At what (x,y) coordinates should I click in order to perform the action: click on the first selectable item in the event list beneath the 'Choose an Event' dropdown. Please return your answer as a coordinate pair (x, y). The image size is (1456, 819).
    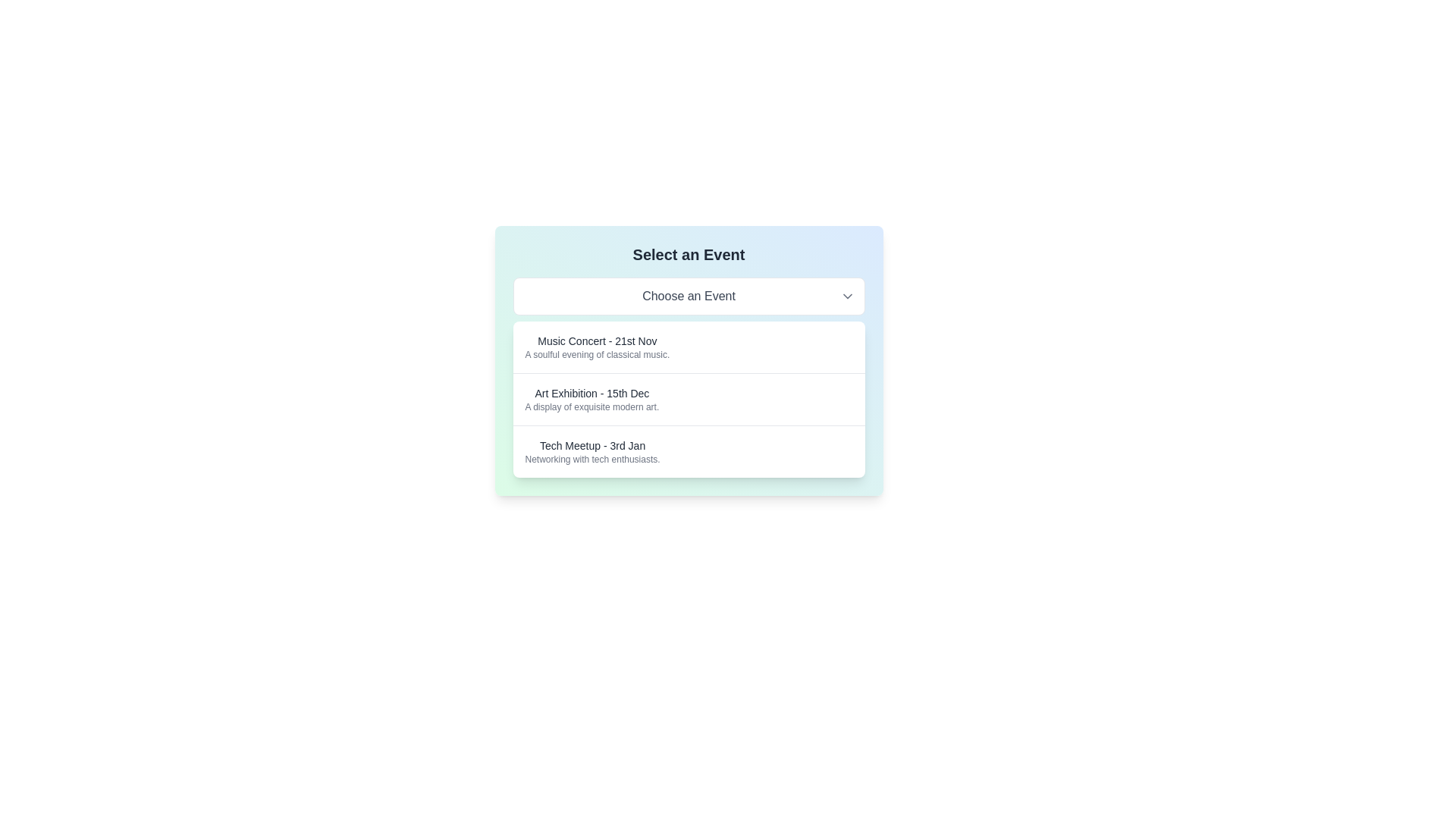
    Looking at the image, I should click on (688, 360).